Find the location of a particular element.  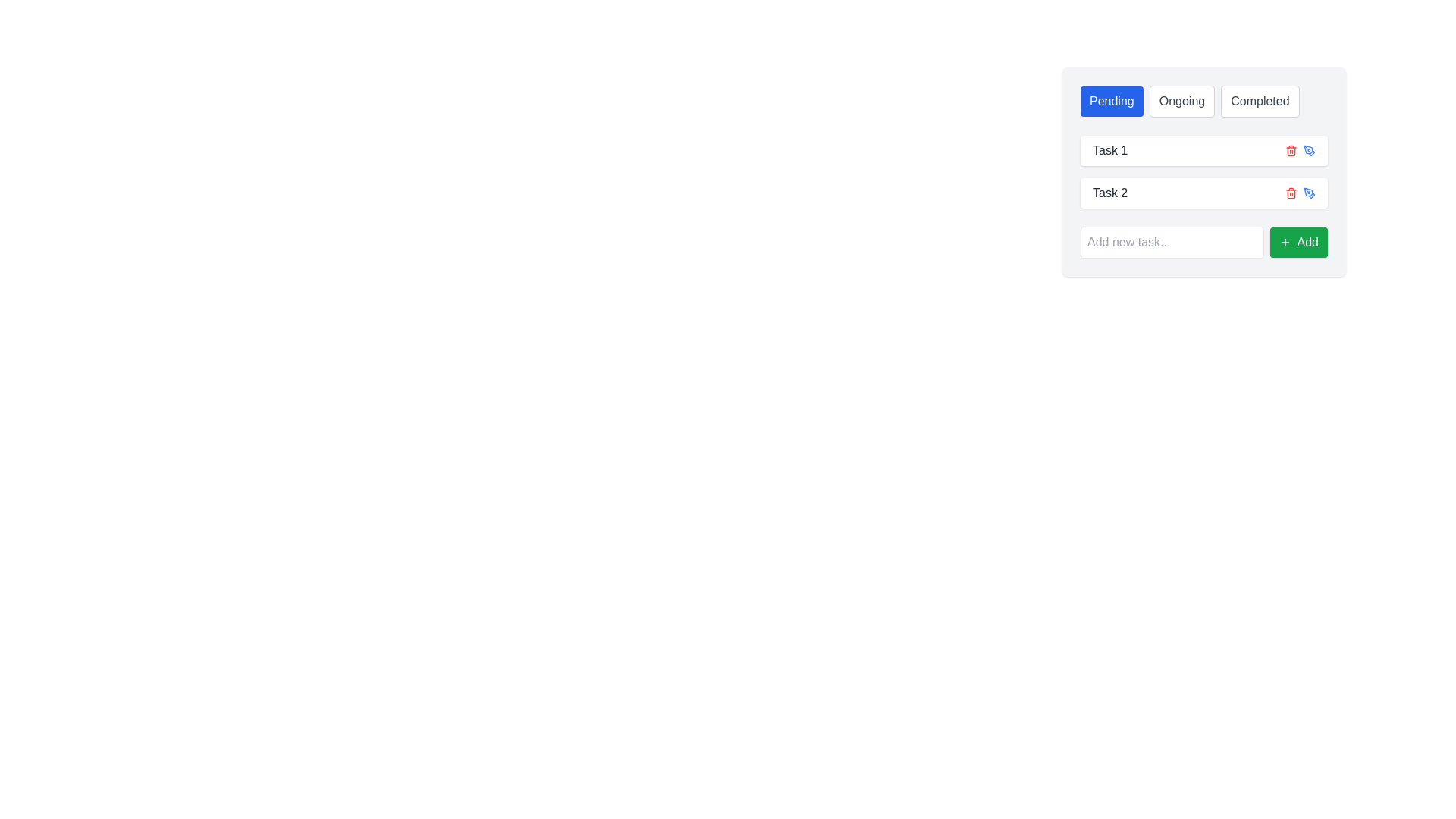

the Interactive icon button located in the top-right portion of the interface, near 'Task 2' is located at coordinates (1309, 192).